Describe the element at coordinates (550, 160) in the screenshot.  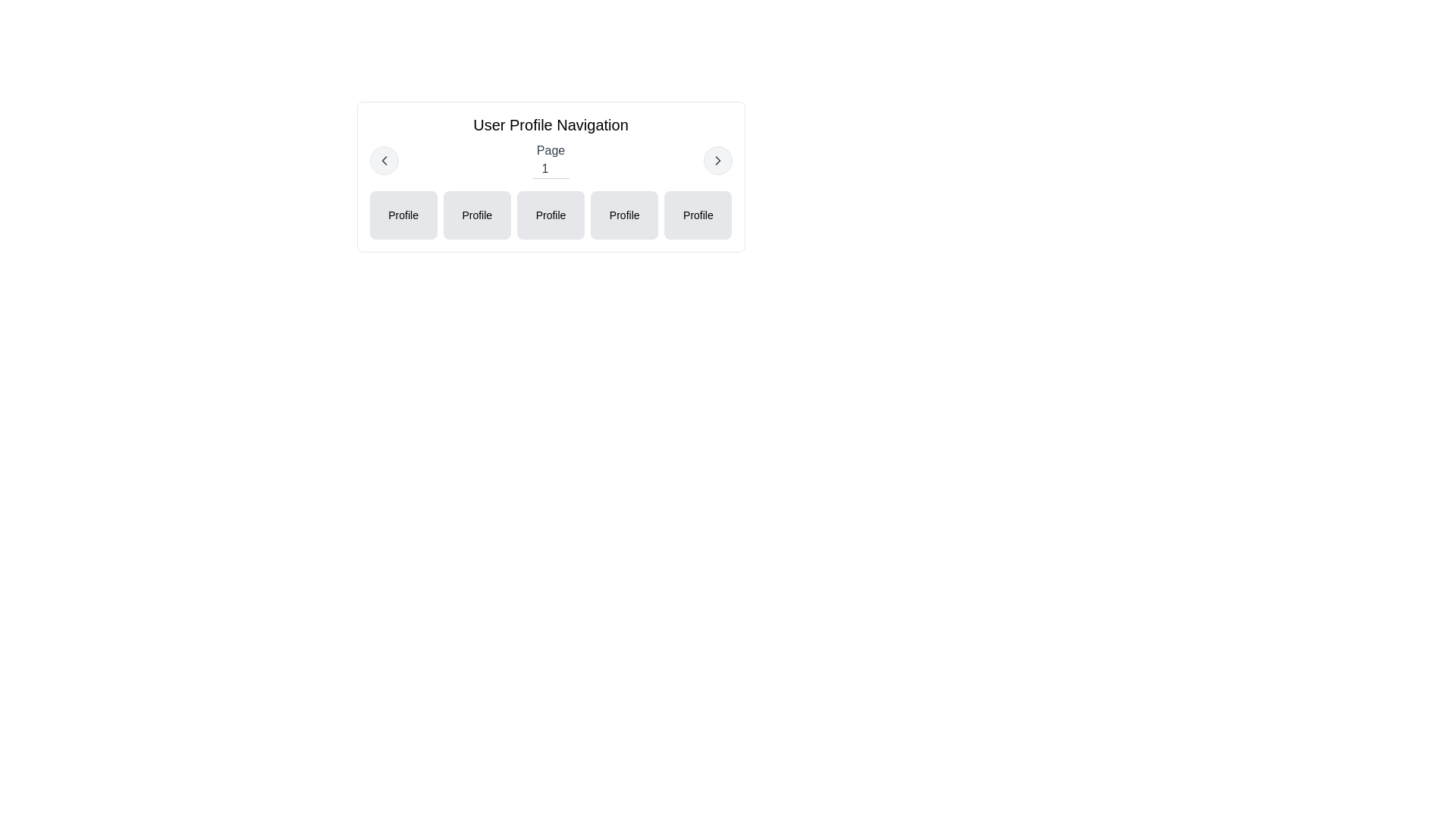
I see `the descriptive text label that signifies the current page title in the pagination system, located centrally between two navigation arrows` at that location.